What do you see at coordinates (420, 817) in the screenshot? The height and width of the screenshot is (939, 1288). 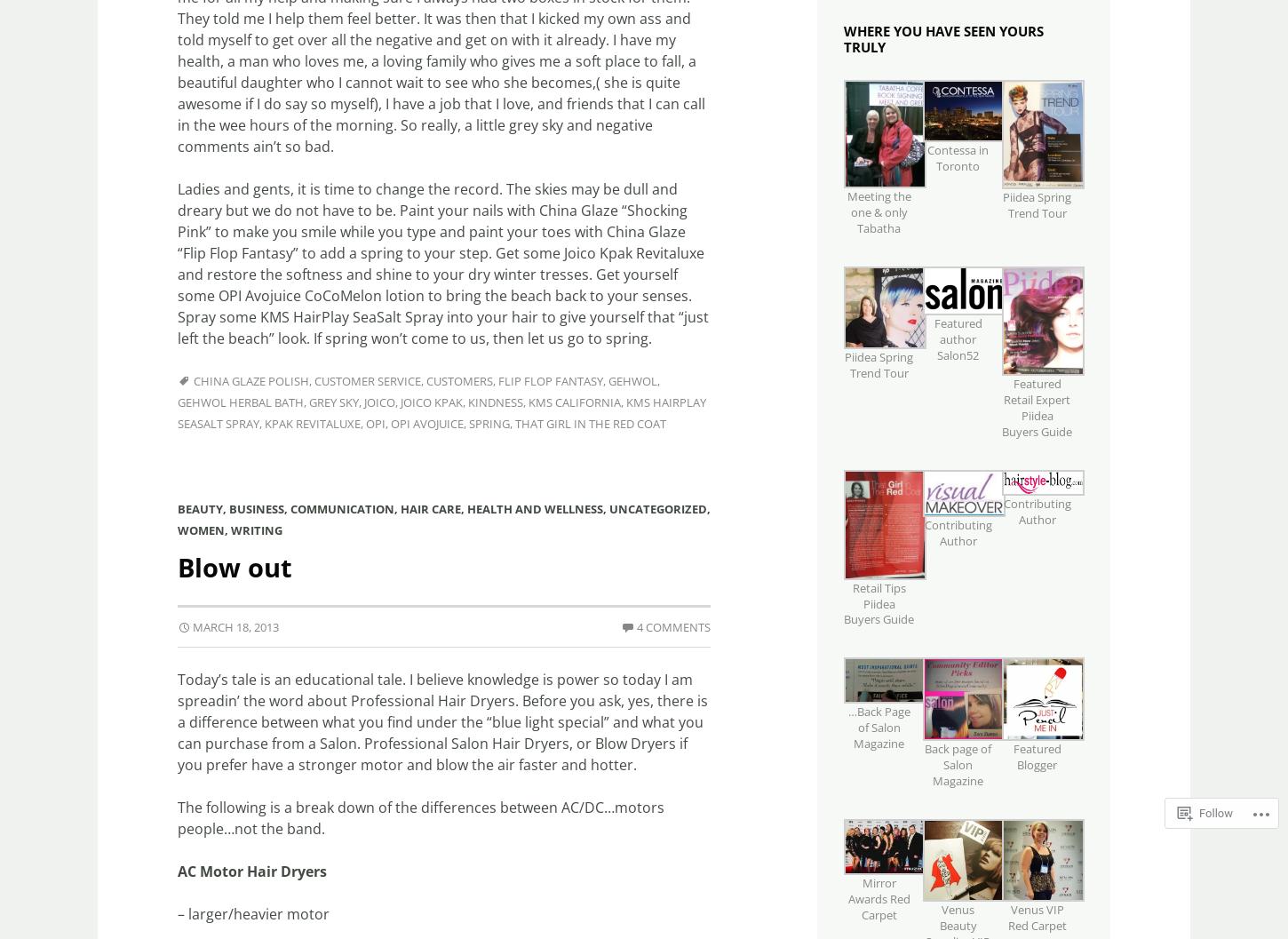 I see `'The following is a break down of the differences between AC/DC…motors people…not the band.'` at bounding box center [420, 817].